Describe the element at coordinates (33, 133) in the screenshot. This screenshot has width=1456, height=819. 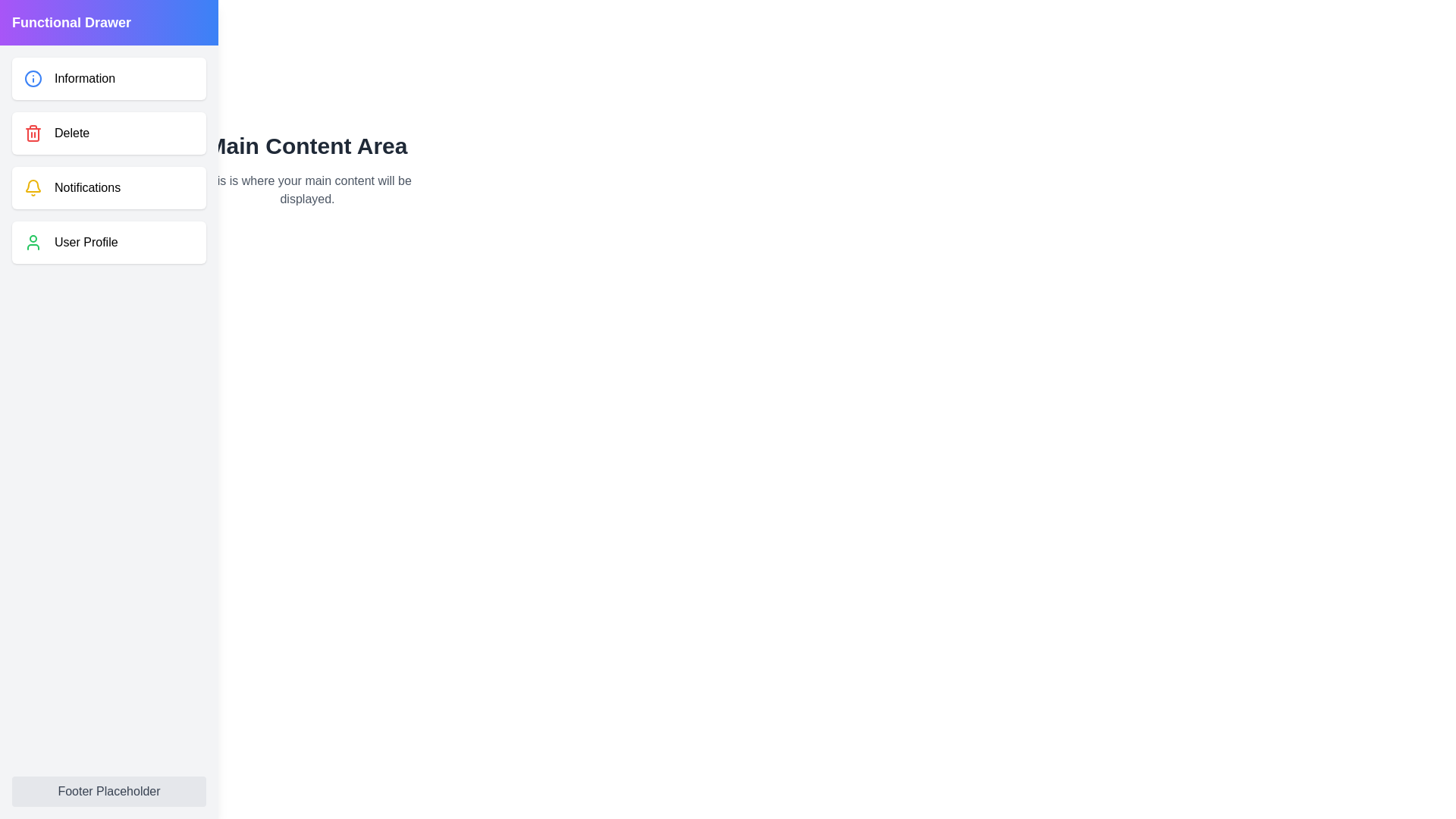
I see `the delete icon located to the left of the 'Delete' text label in the sidebar menu, which visually represents the action of deleting` at that location.